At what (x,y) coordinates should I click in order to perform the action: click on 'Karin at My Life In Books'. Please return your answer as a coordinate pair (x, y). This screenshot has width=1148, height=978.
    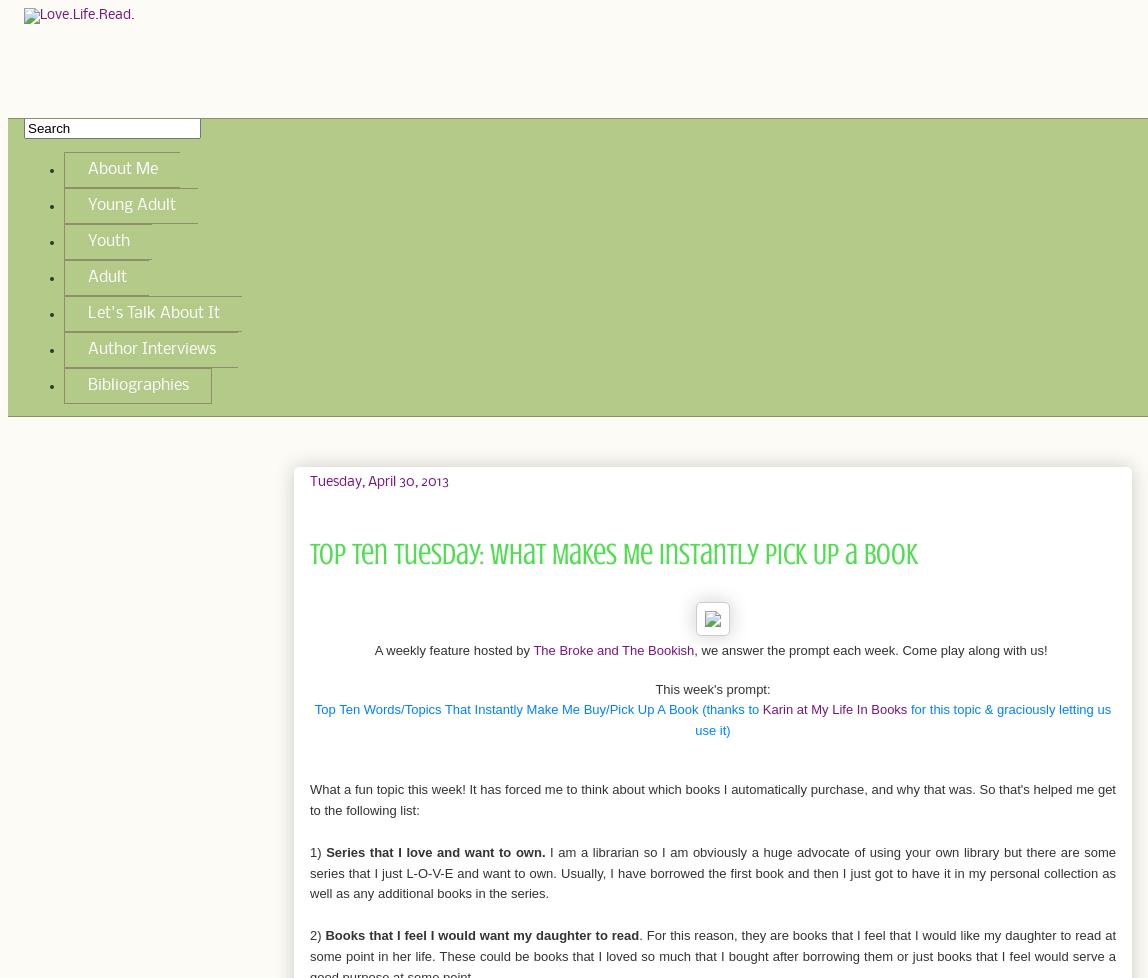
    Looking at the image, I should click on (834, 708).